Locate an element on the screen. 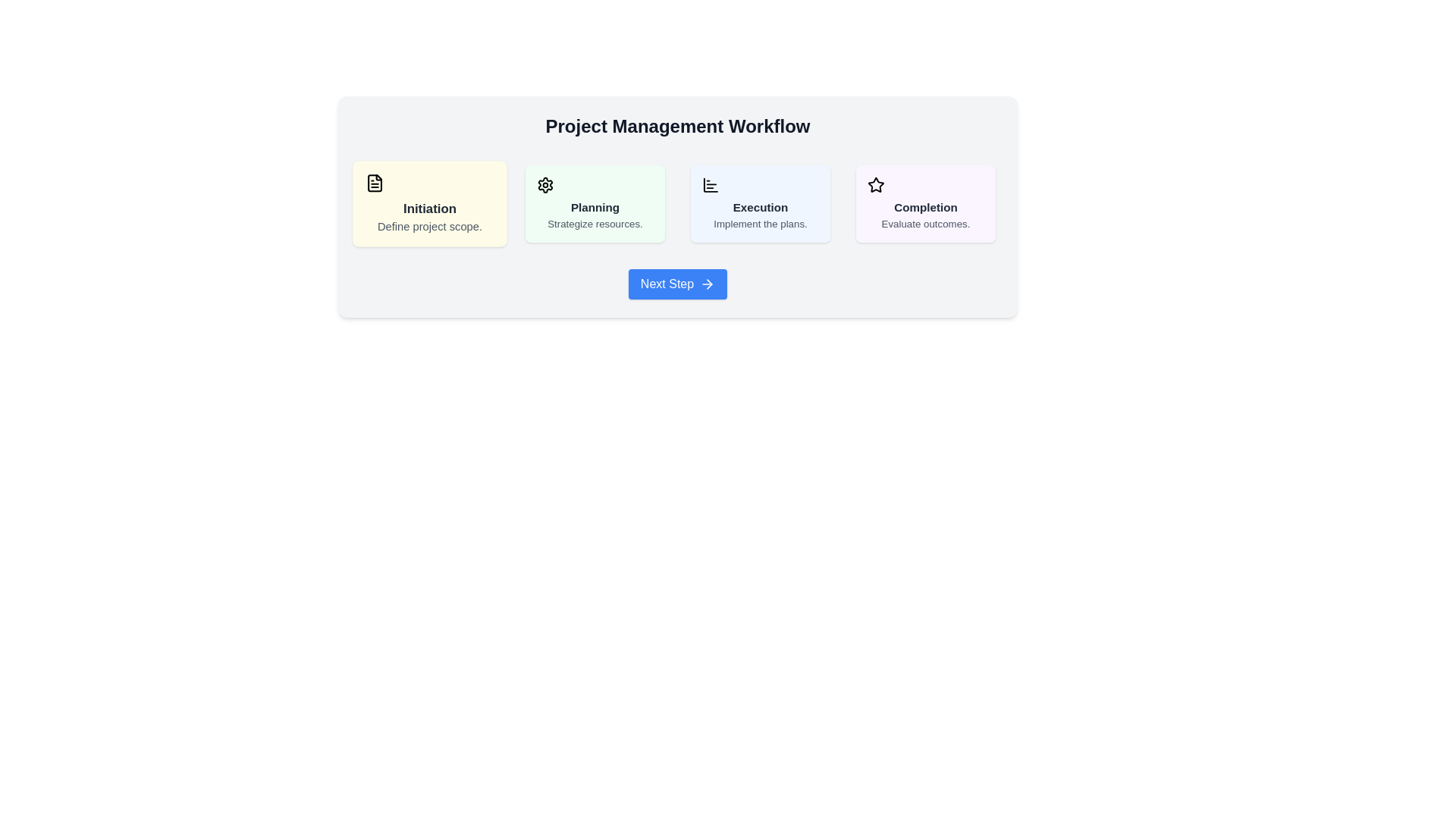 This screenshot has height=819, width=1456. the text label that says 'Evaluate outcomes.' located in the 'Completion' card component, which is styled with a smaller font size and lighter gray color is located at coordinates (924, 223).